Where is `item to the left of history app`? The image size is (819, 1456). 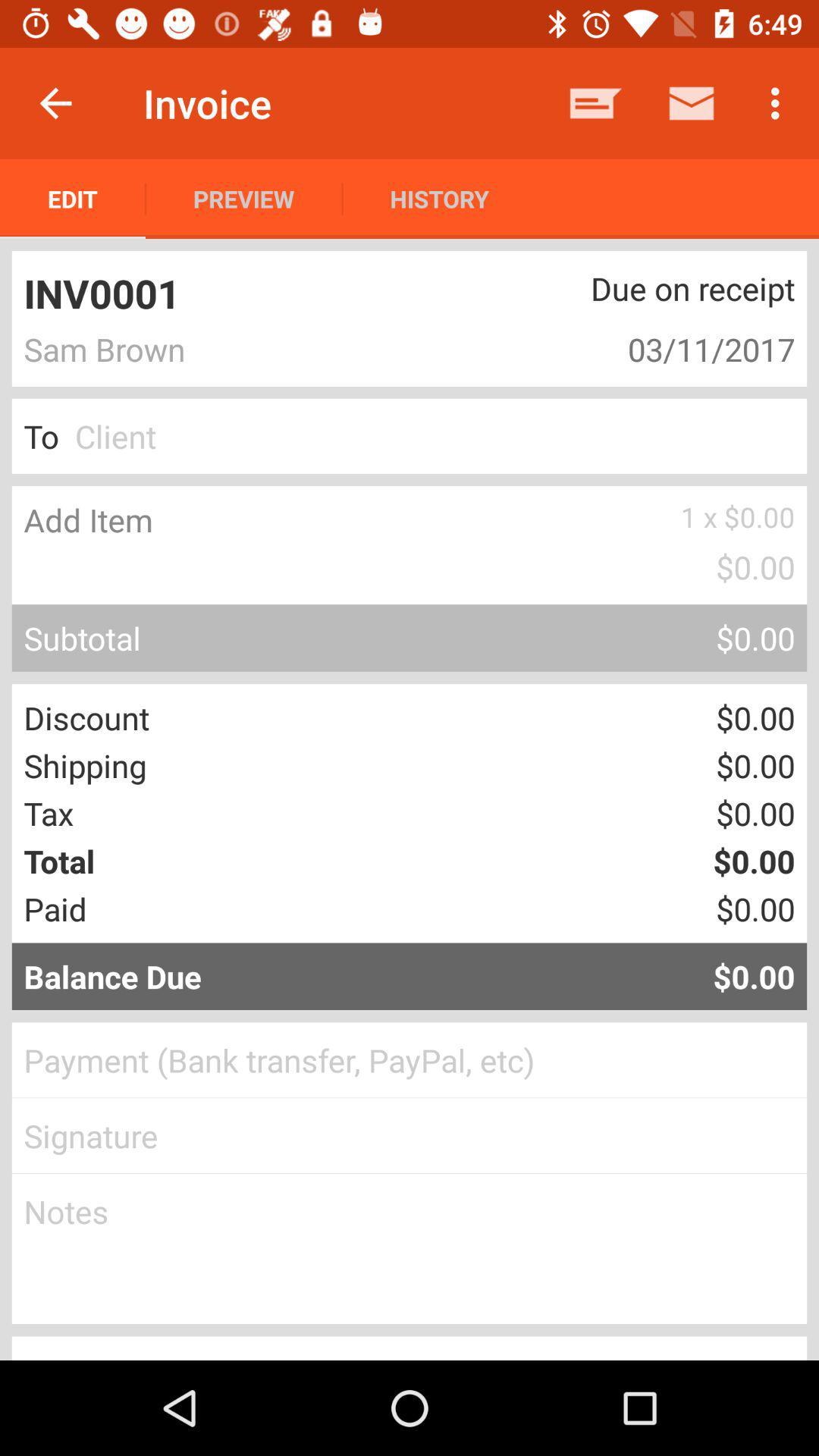
item to the left of history app is located at coordinates (243, 198).